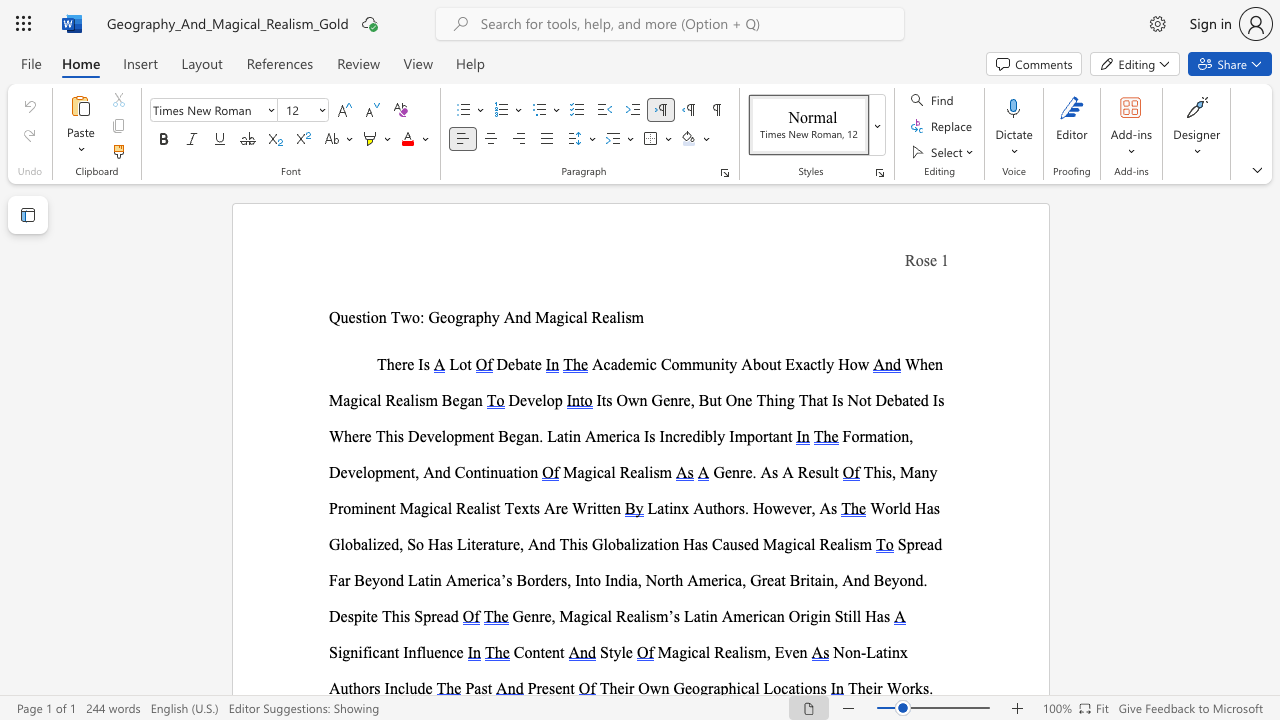  I want to click on the subset text "nity About Exactly How" within the text "Academic Community About Exactly How", so click(712, 364).